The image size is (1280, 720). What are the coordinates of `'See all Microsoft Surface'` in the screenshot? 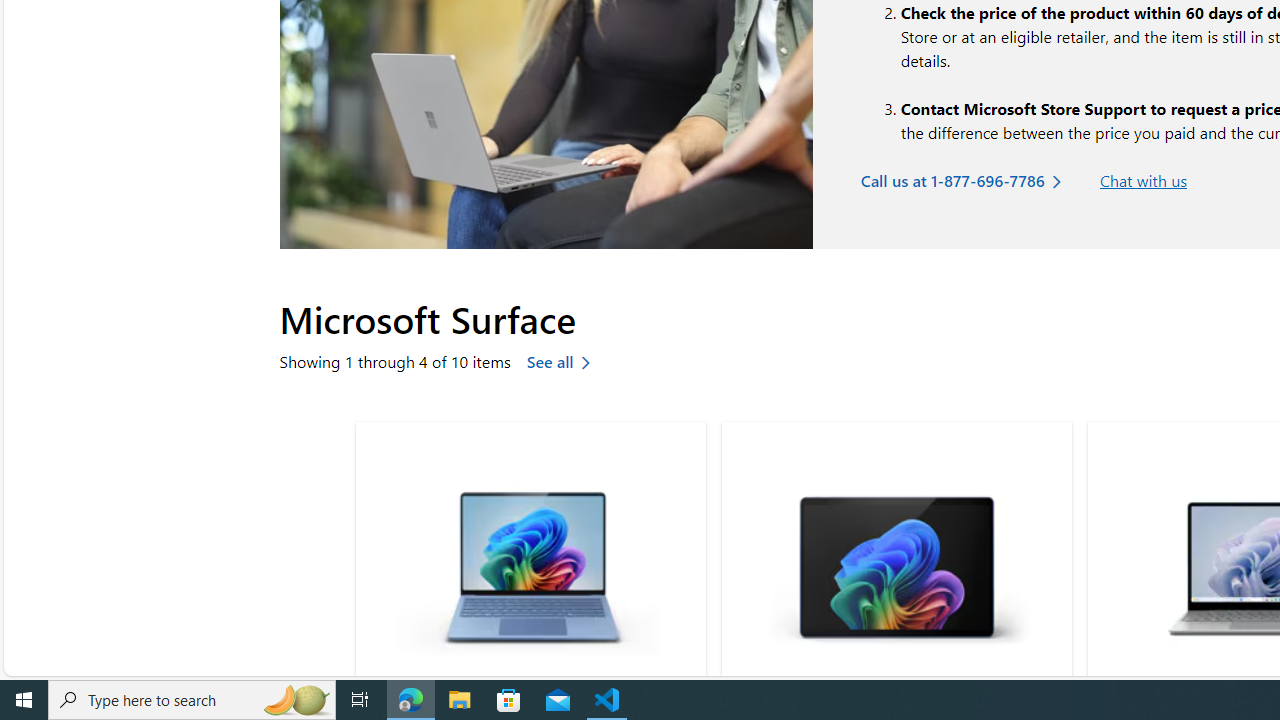 It's located at (562, 361).